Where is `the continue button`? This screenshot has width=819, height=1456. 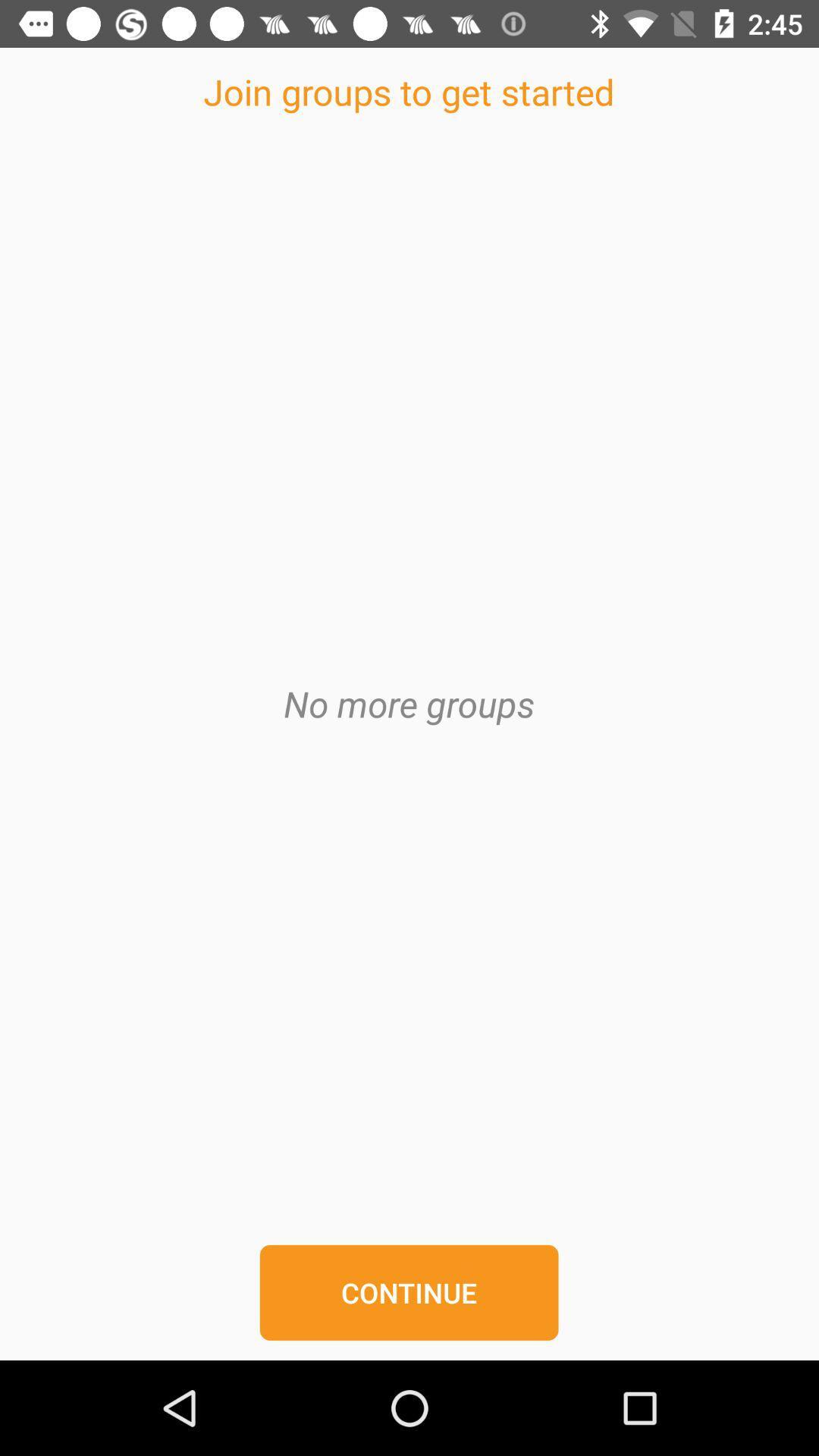 the continue button is located at coordinates (409, 1310).